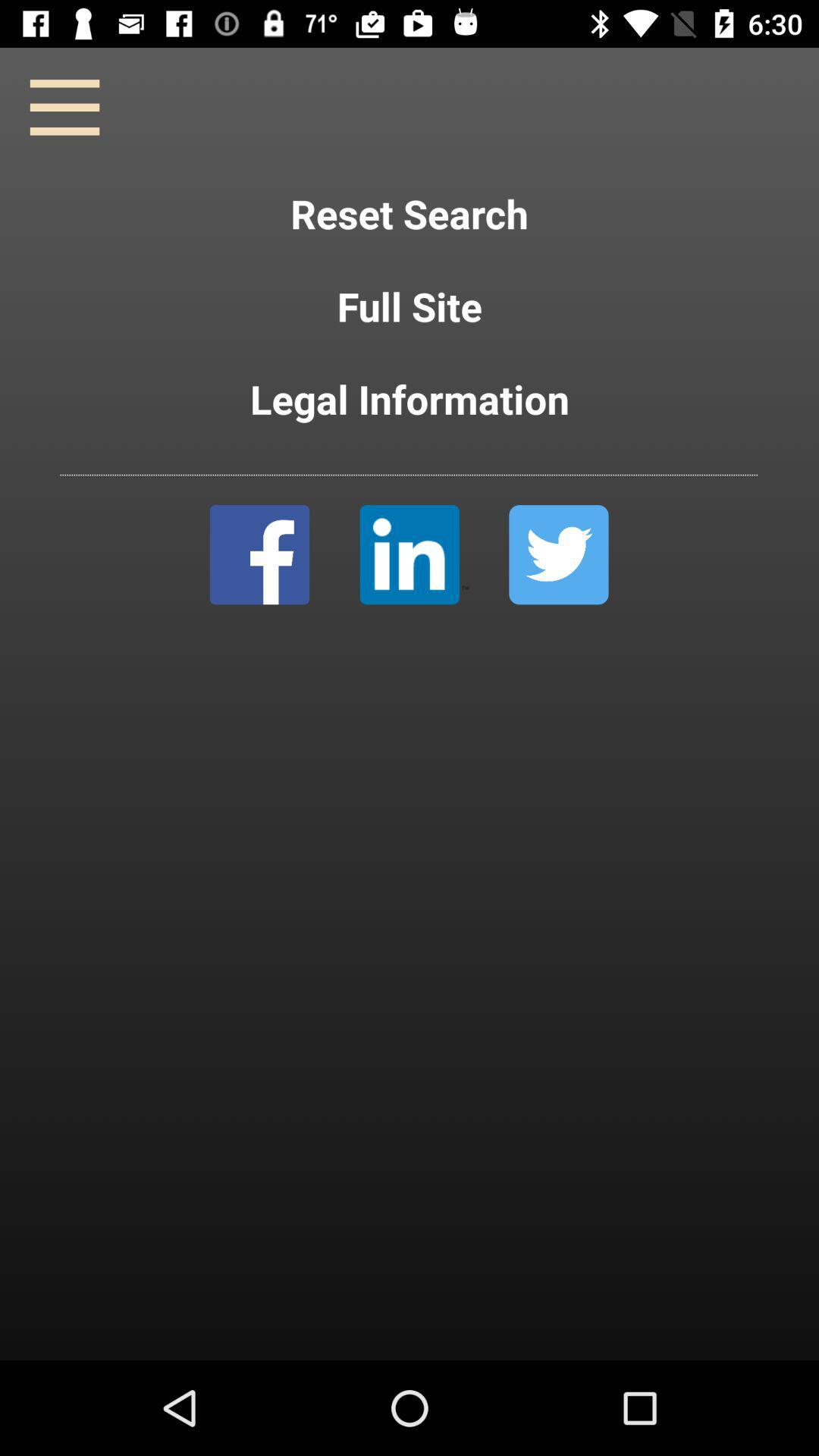 This screenshot has height=1456, width=819. I want to click on twitter selection, so click(558, 554).